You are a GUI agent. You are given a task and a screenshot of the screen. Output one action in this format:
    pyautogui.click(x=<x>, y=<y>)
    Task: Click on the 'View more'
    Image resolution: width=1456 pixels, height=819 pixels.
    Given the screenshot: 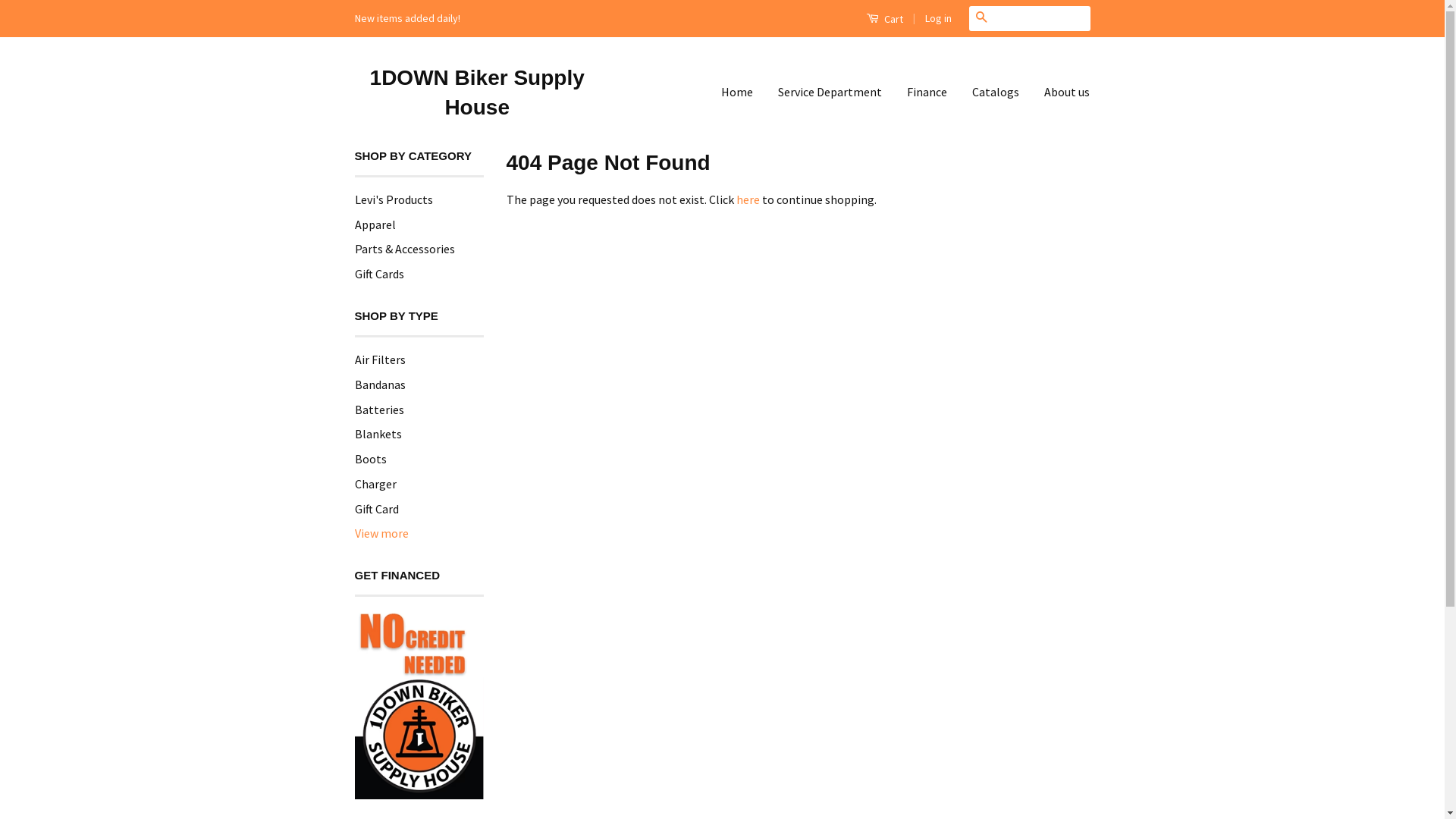 What is the action you would take?
    pyautogui.click(x=381, y=532)
    